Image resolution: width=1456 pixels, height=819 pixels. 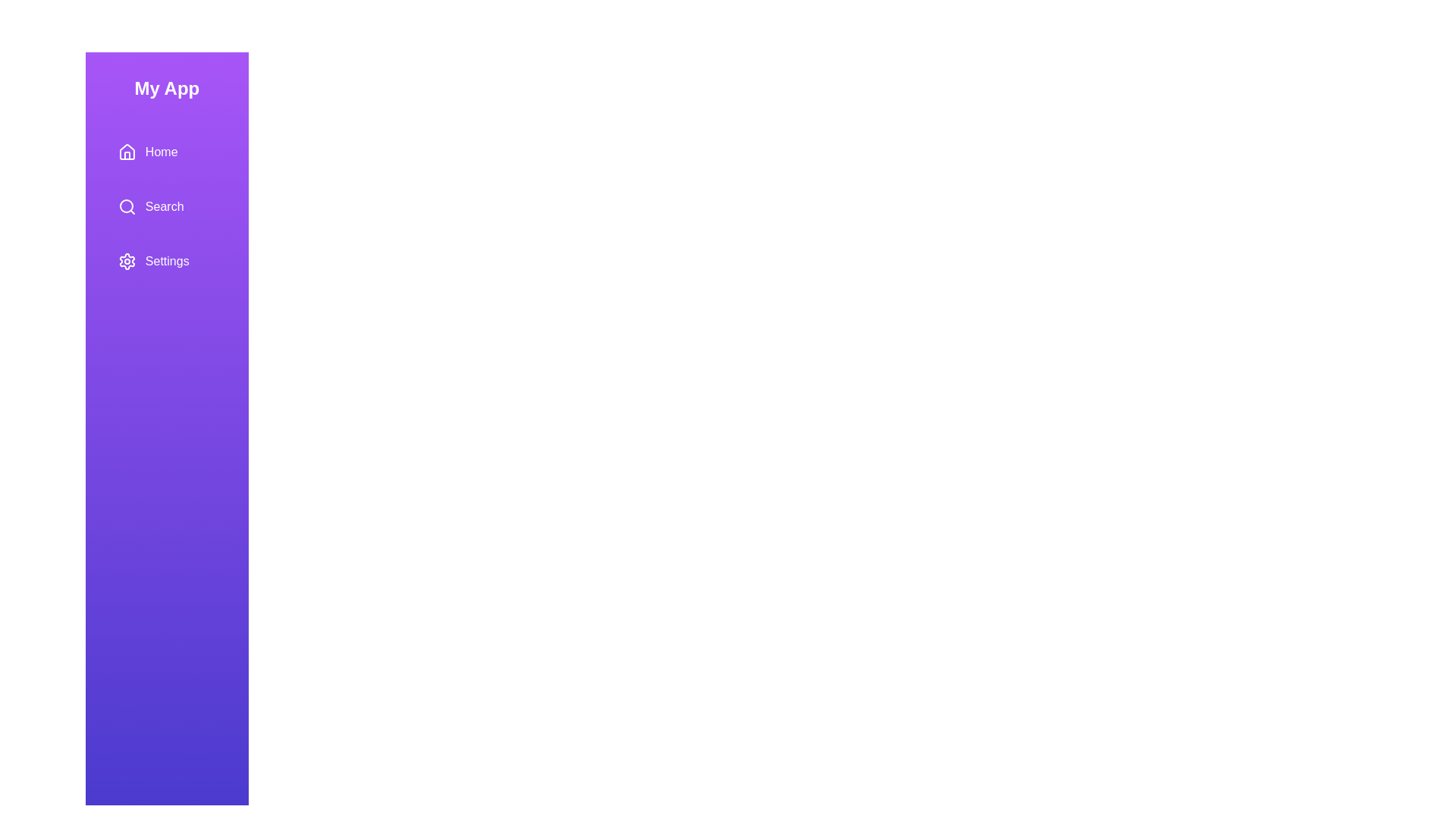 I want to click on the menu item Search to open the context menu, so click(x=167, y=207).